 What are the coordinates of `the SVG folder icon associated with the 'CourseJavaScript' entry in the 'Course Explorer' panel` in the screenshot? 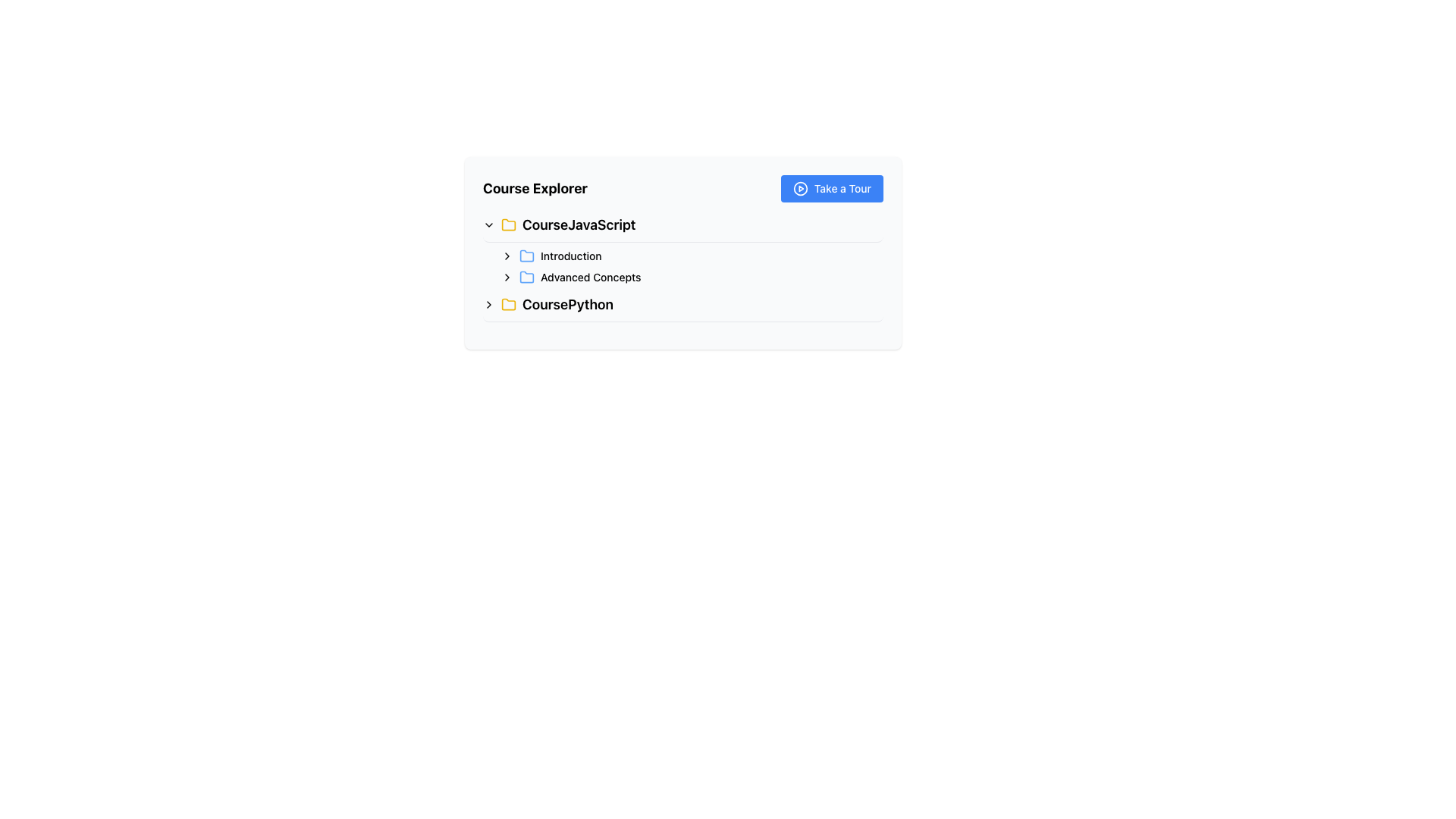 It's located at (509, 224).